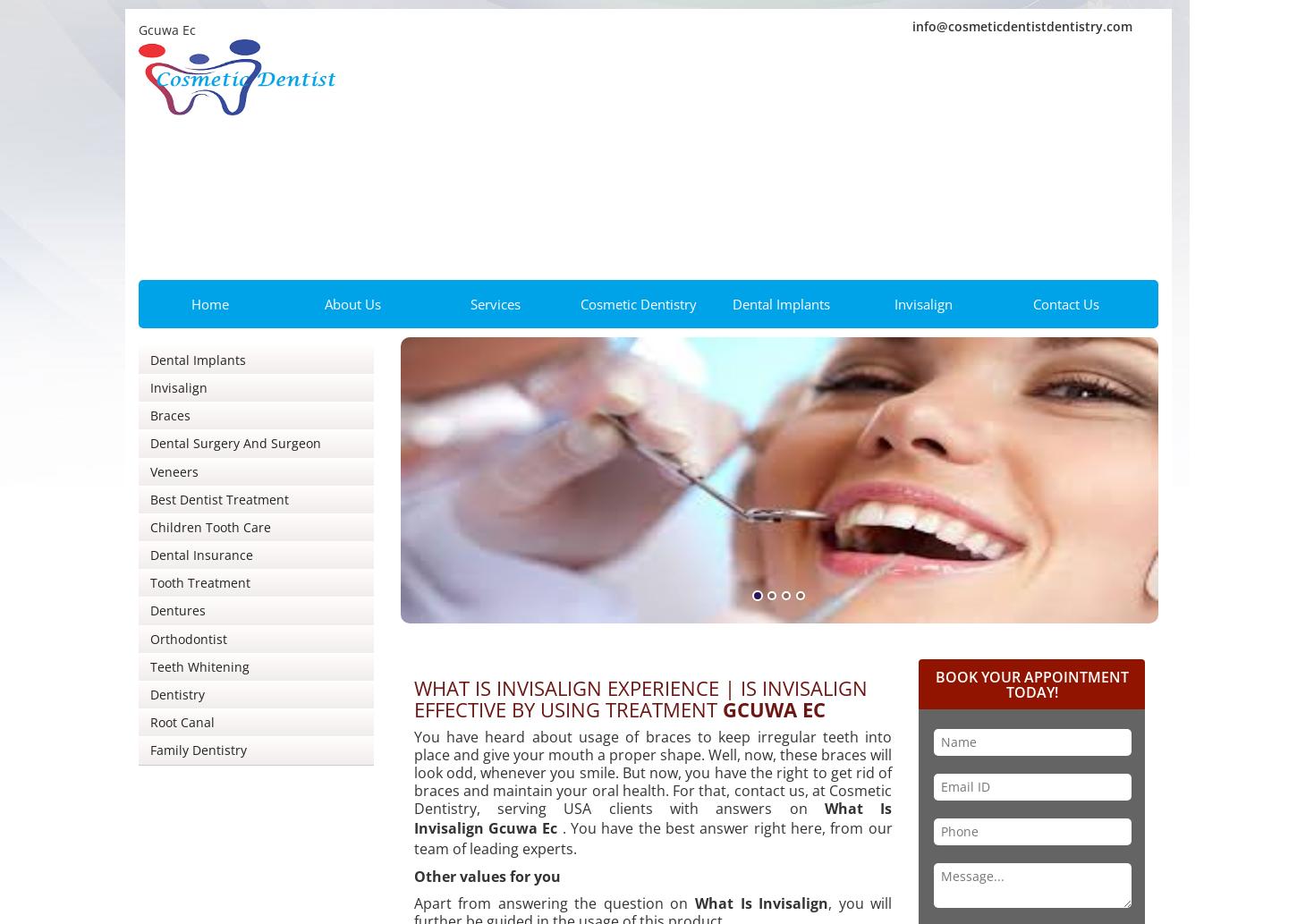 The height and width of the screenshot is (924, 1297). I want to click on 'Services', so click(495, 302).